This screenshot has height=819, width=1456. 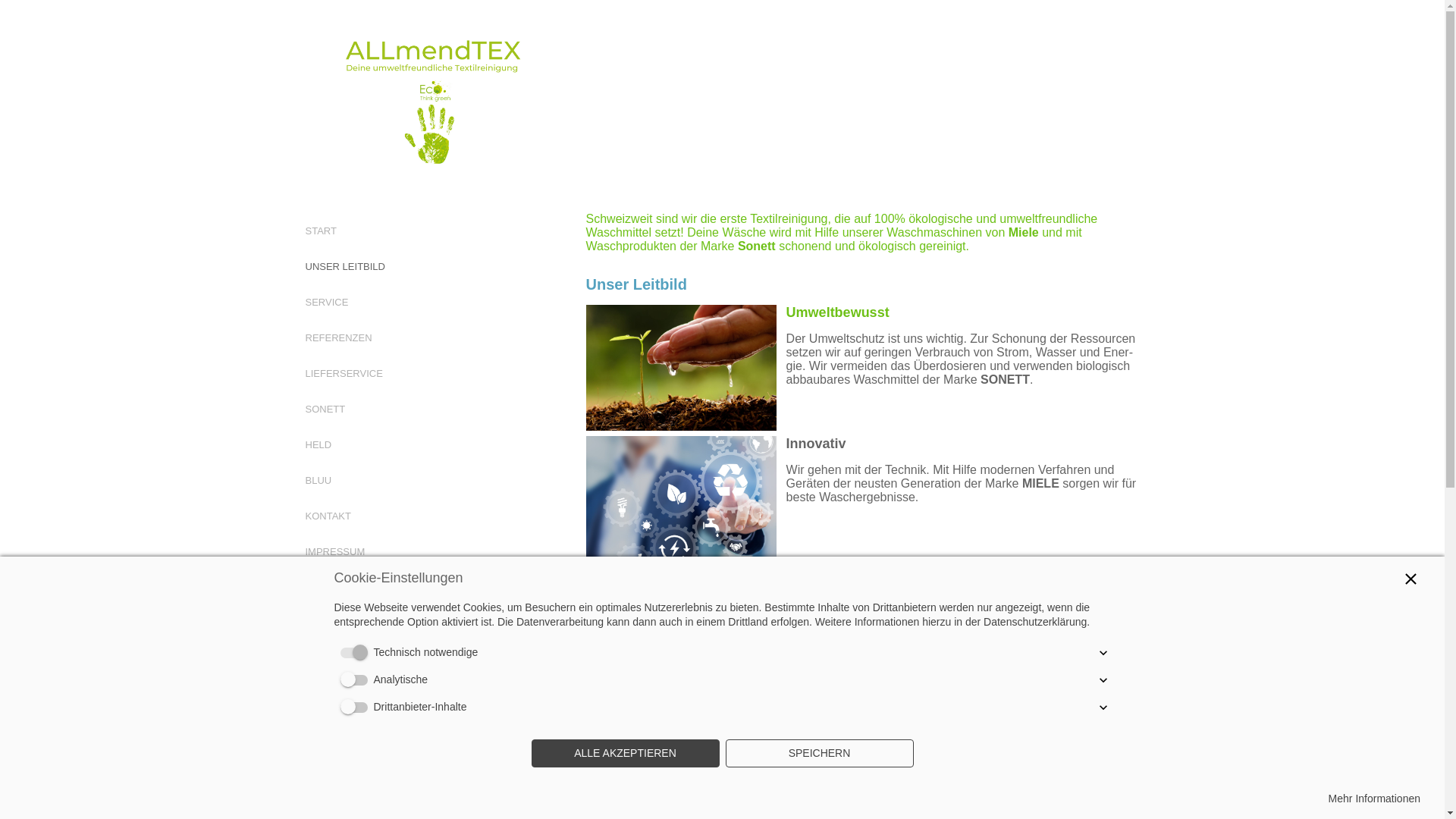 I want to click on 'HELD', so click(x=304, y=444).